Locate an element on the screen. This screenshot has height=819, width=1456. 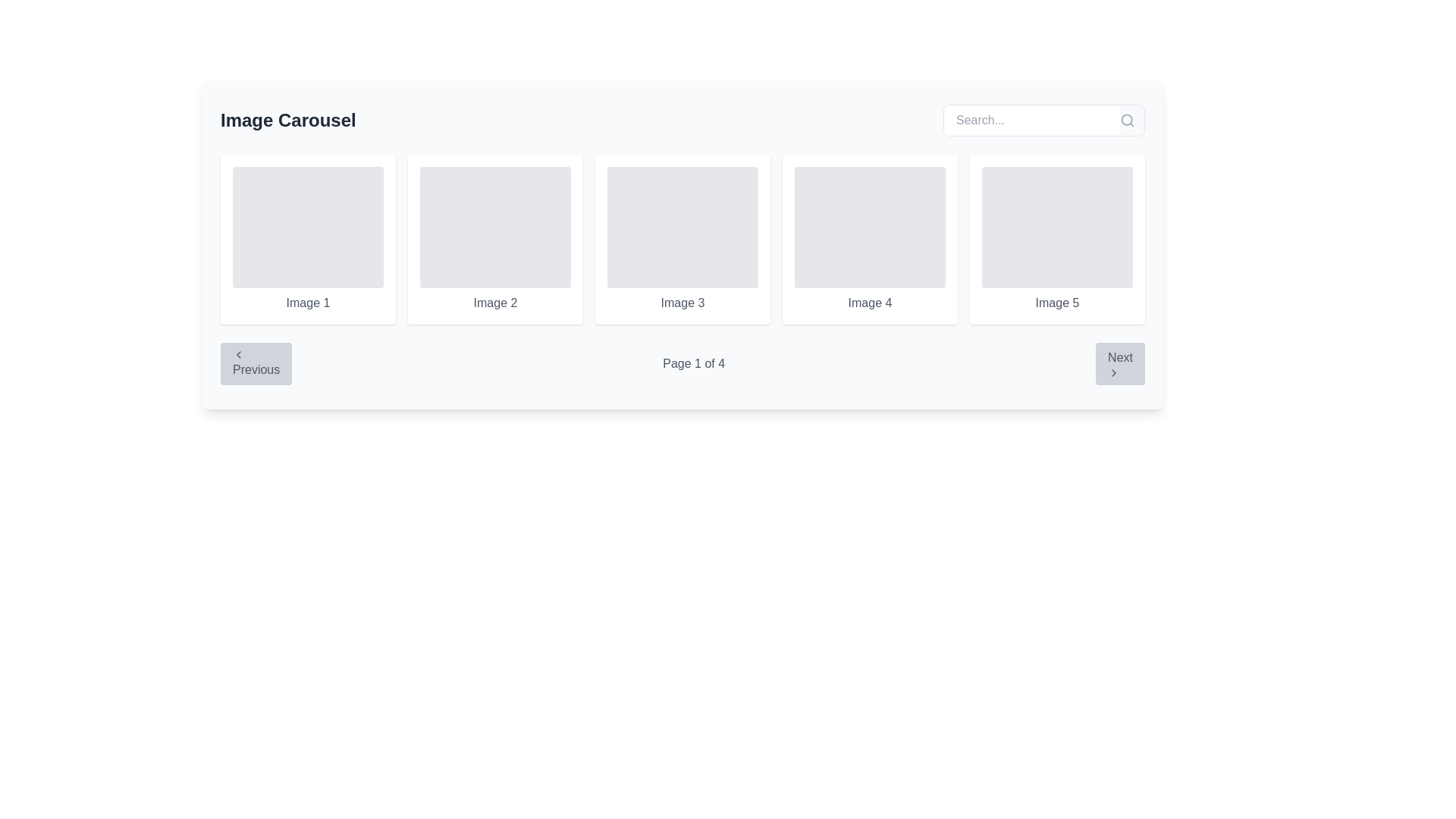
the image placeholder labeled 'Image 3' in the gallery is located at coordinates (682, 239).